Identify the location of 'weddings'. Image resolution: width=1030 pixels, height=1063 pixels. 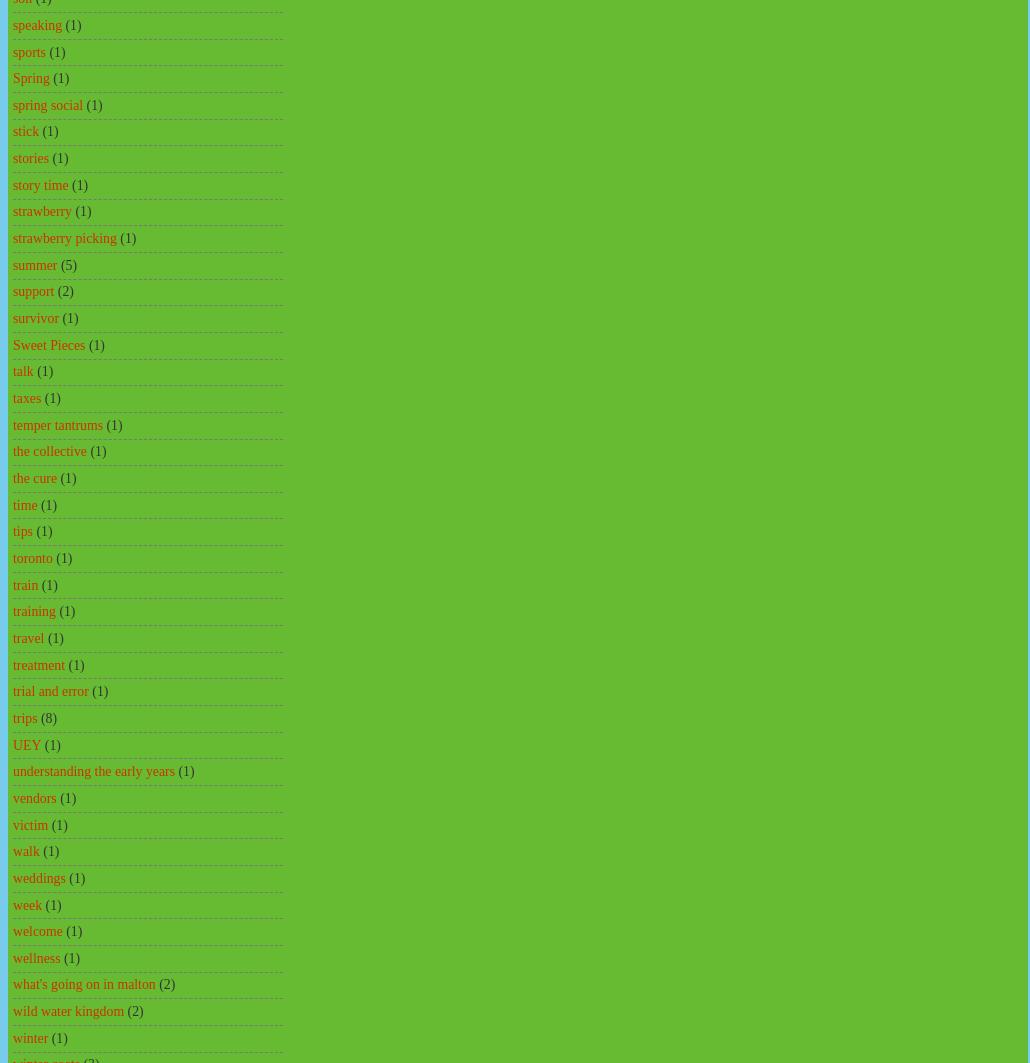
(39, 876).